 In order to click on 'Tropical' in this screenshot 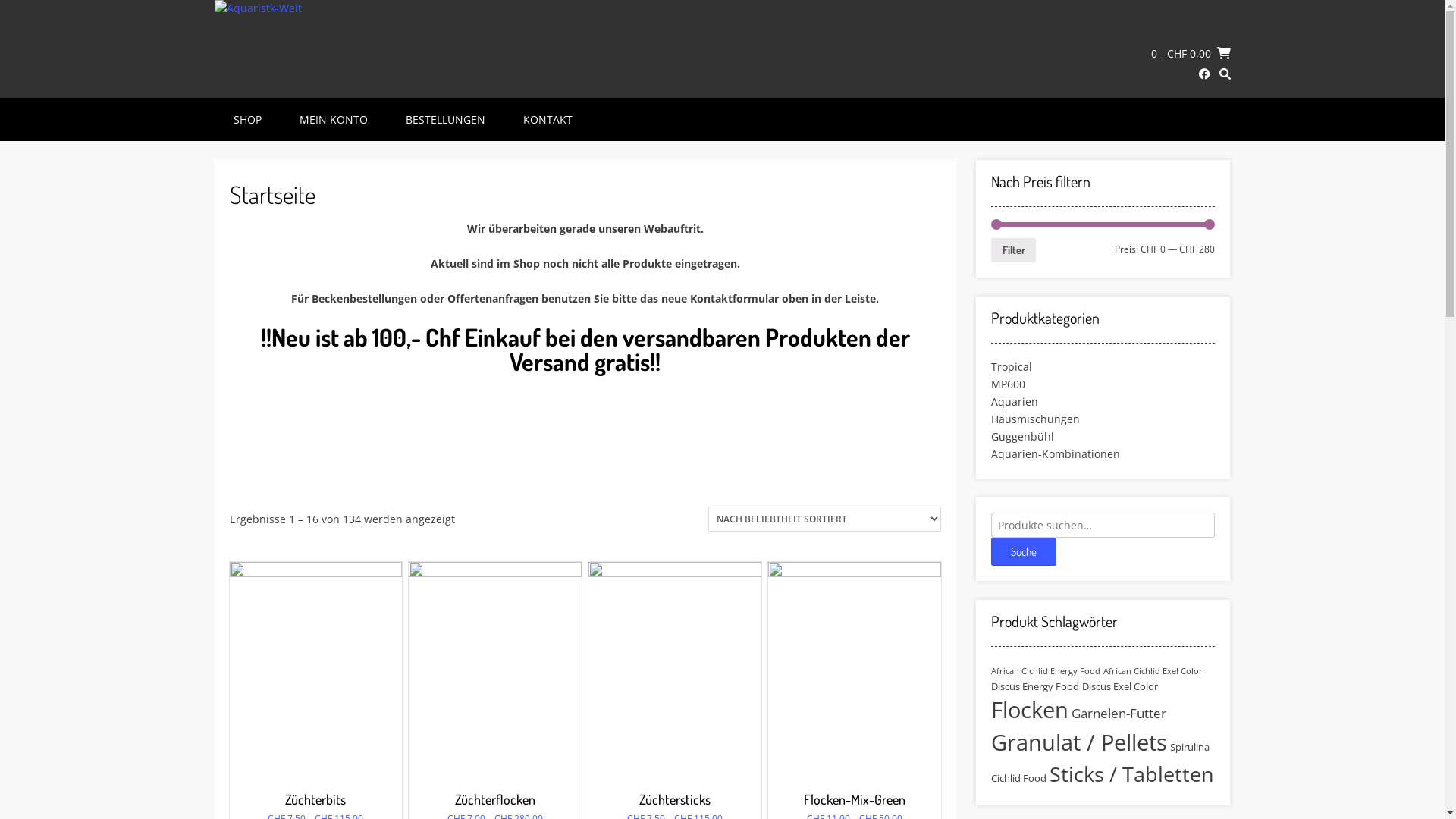, I will do `click(1012, 366)`.